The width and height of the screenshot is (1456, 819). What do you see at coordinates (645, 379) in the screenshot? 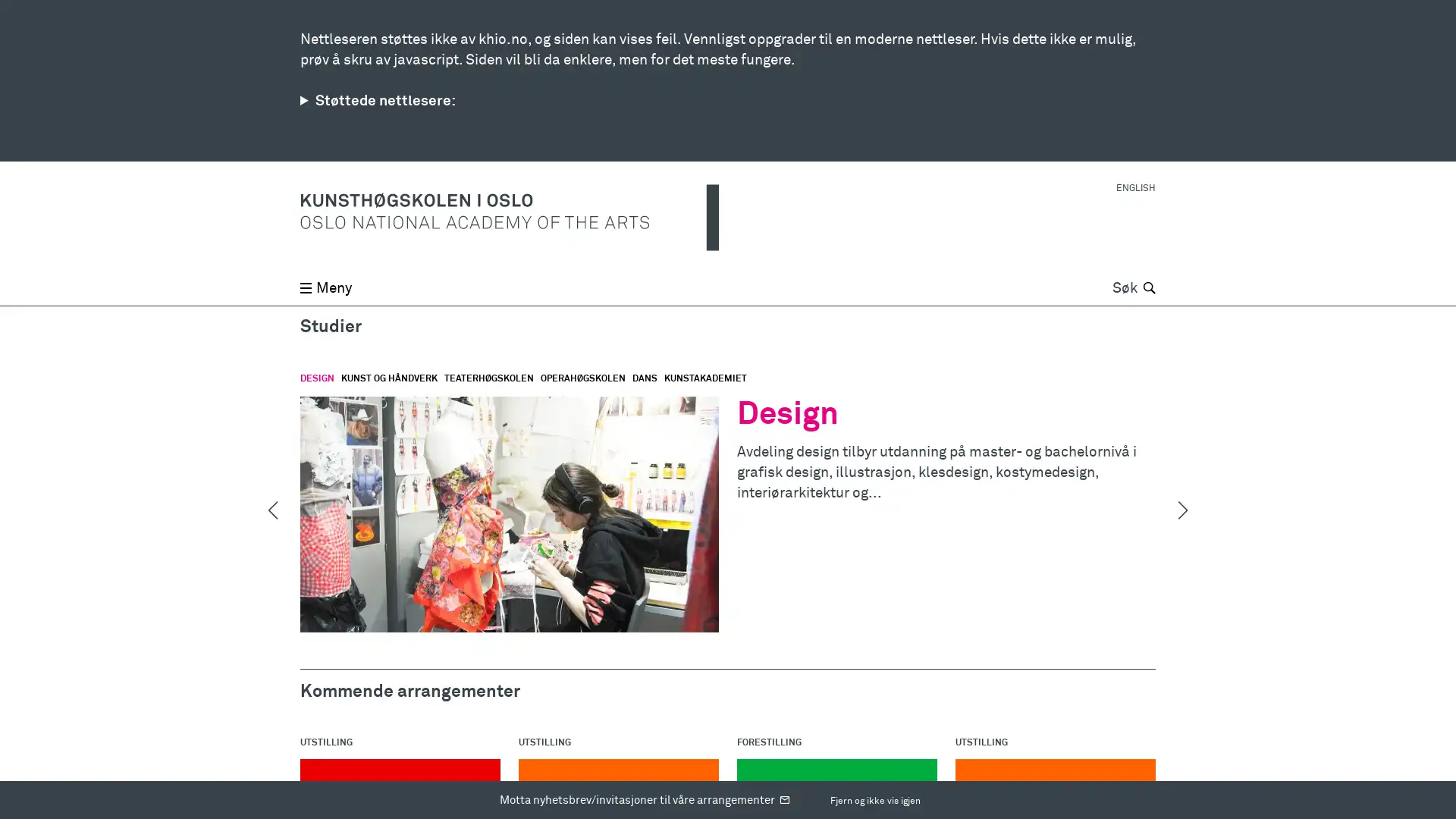
I see `DANS` at bounding box center [645, 379].